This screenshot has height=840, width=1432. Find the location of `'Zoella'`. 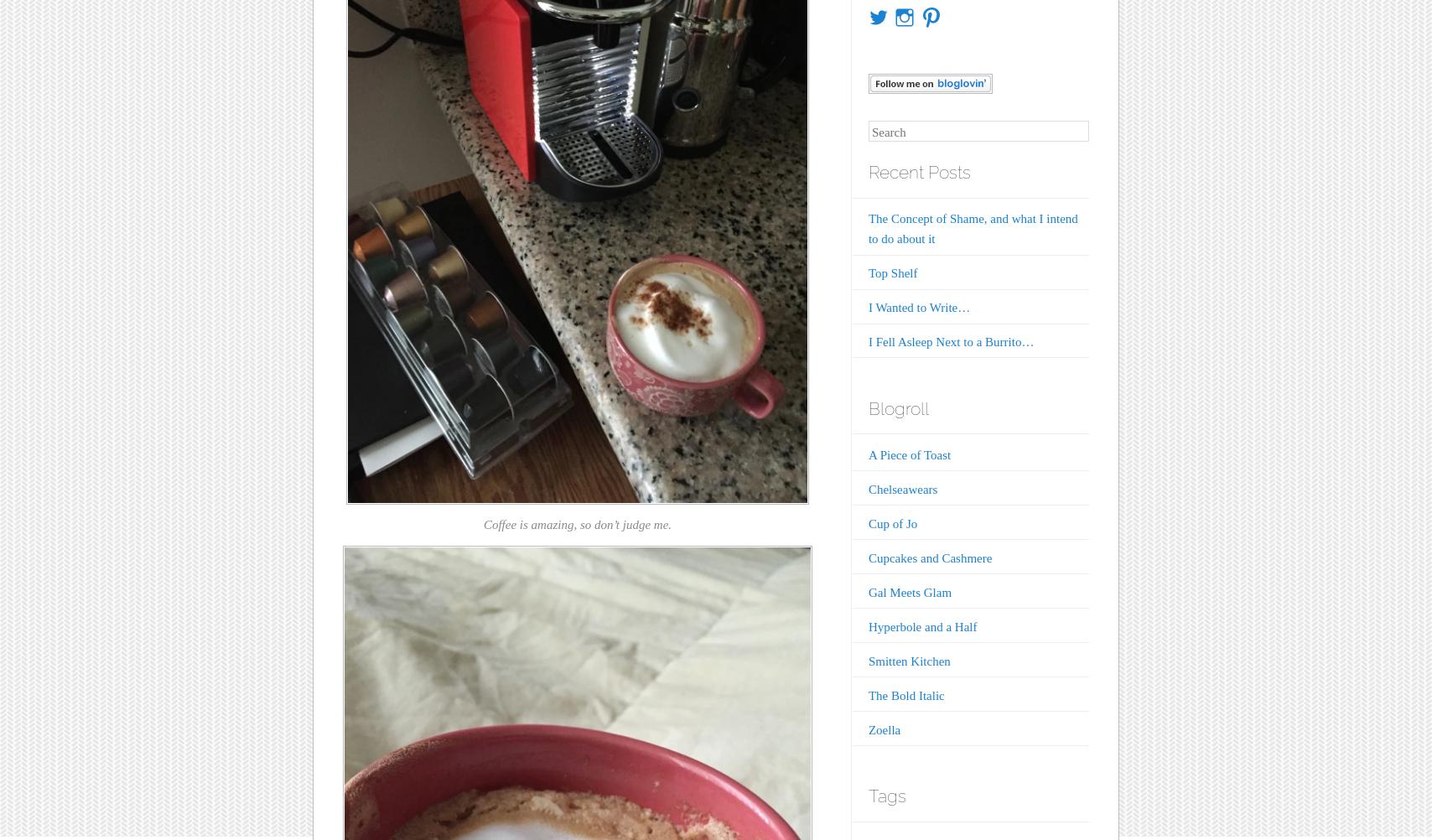

'Zoella' is located at coordinates (884, 729).